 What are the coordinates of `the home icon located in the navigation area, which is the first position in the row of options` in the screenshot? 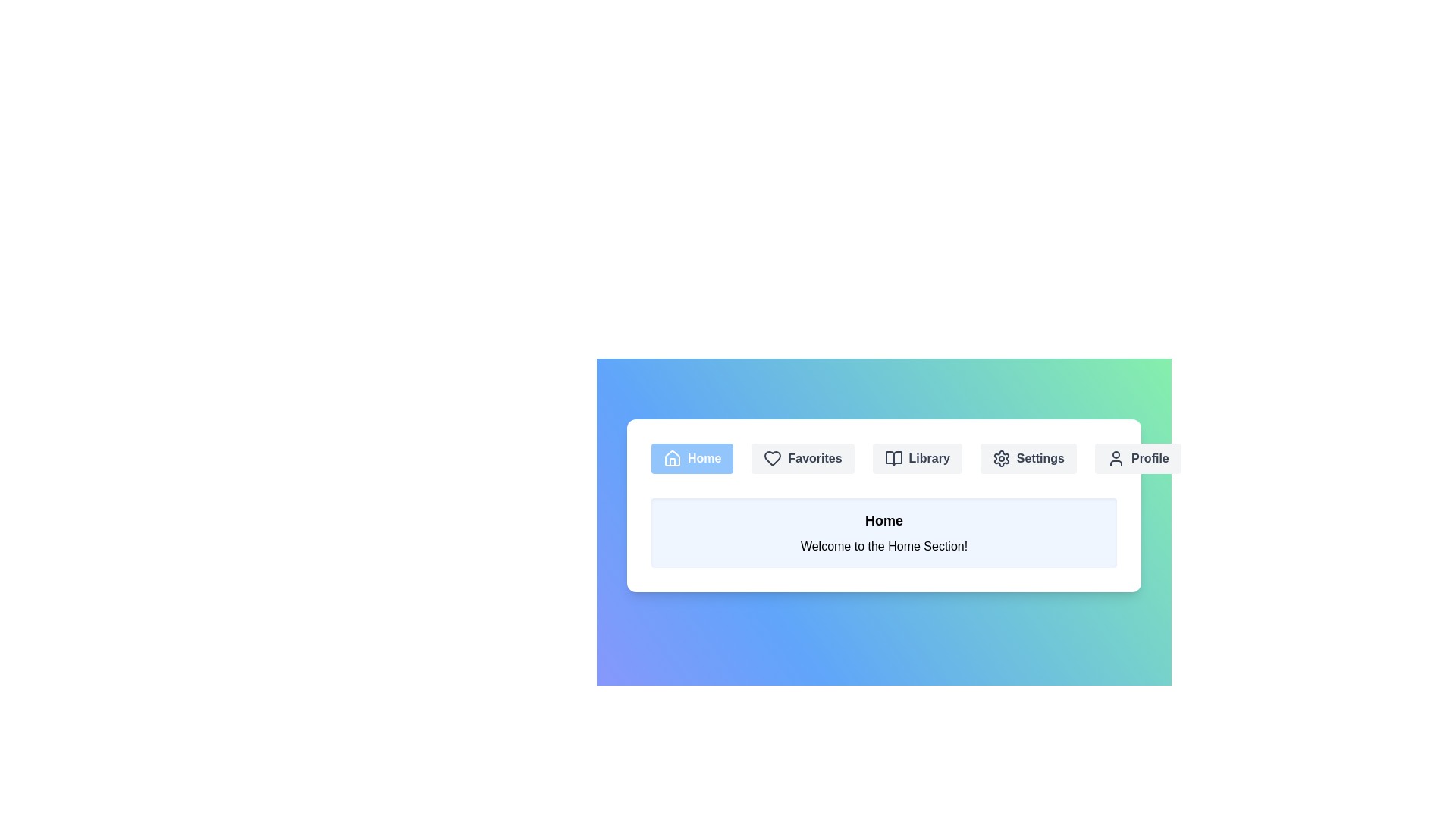 It's located at (672, 458).